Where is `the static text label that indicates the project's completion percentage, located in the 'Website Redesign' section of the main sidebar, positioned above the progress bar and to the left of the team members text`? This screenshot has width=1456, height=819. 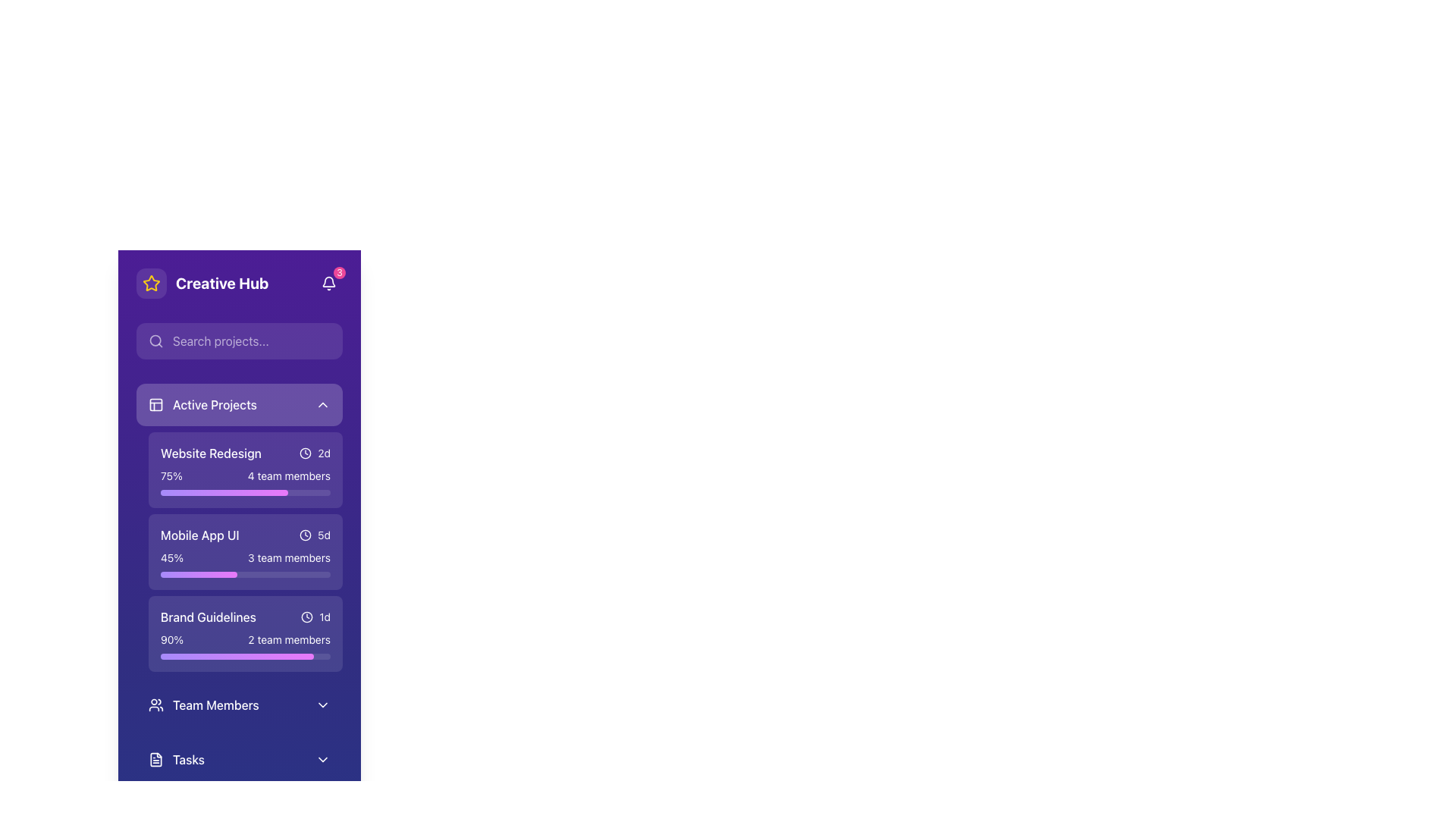 the static text label that indicates the project's completion percentage, located in the 'Website Redesign' section of the main sidebar, positioned above the progress bar and to the left of the team members text is located at coordinates (171, 475).